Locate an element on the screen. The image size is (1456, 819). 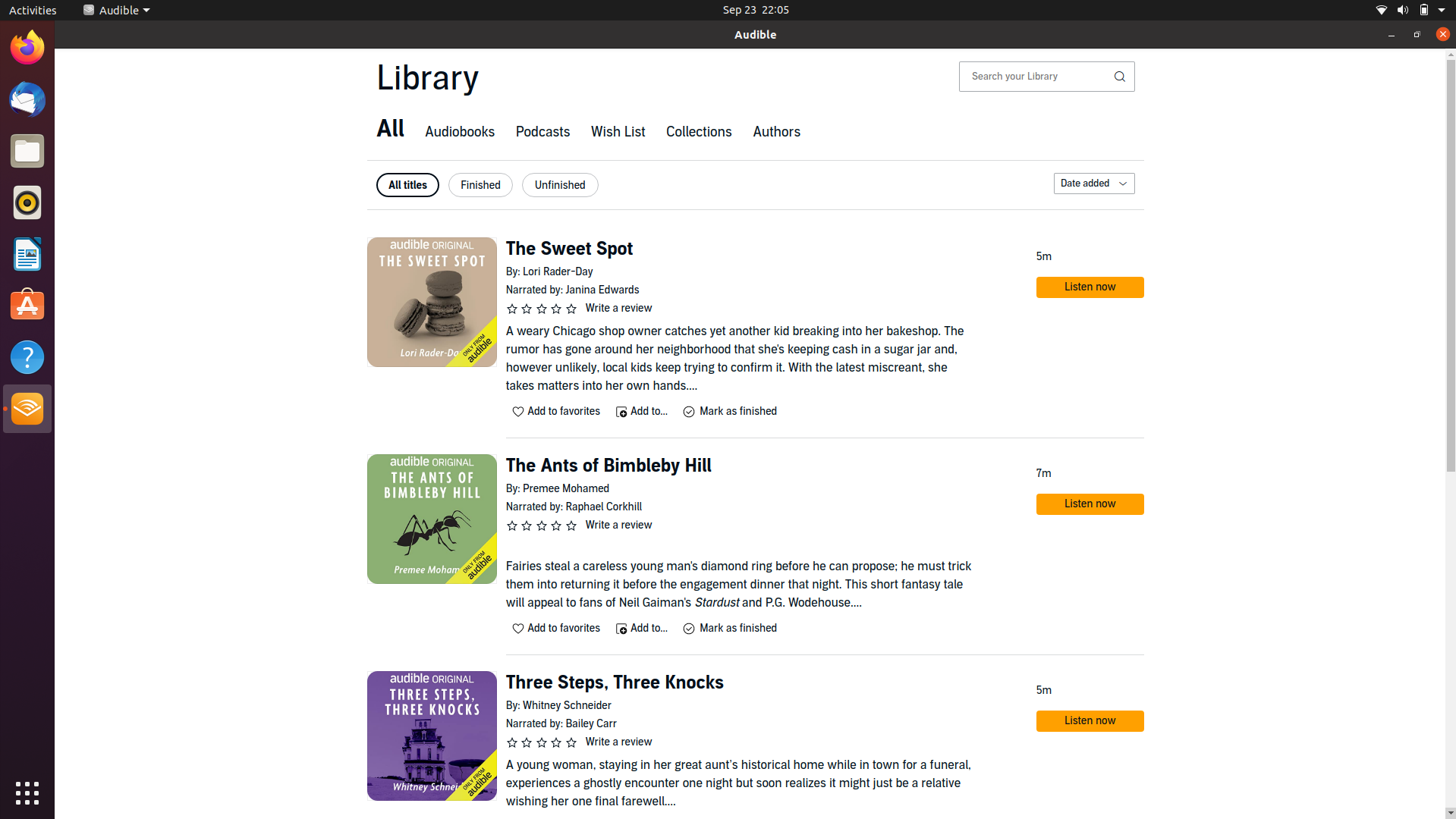
Start Ubuntu application store is located at coordinates (28, 304).